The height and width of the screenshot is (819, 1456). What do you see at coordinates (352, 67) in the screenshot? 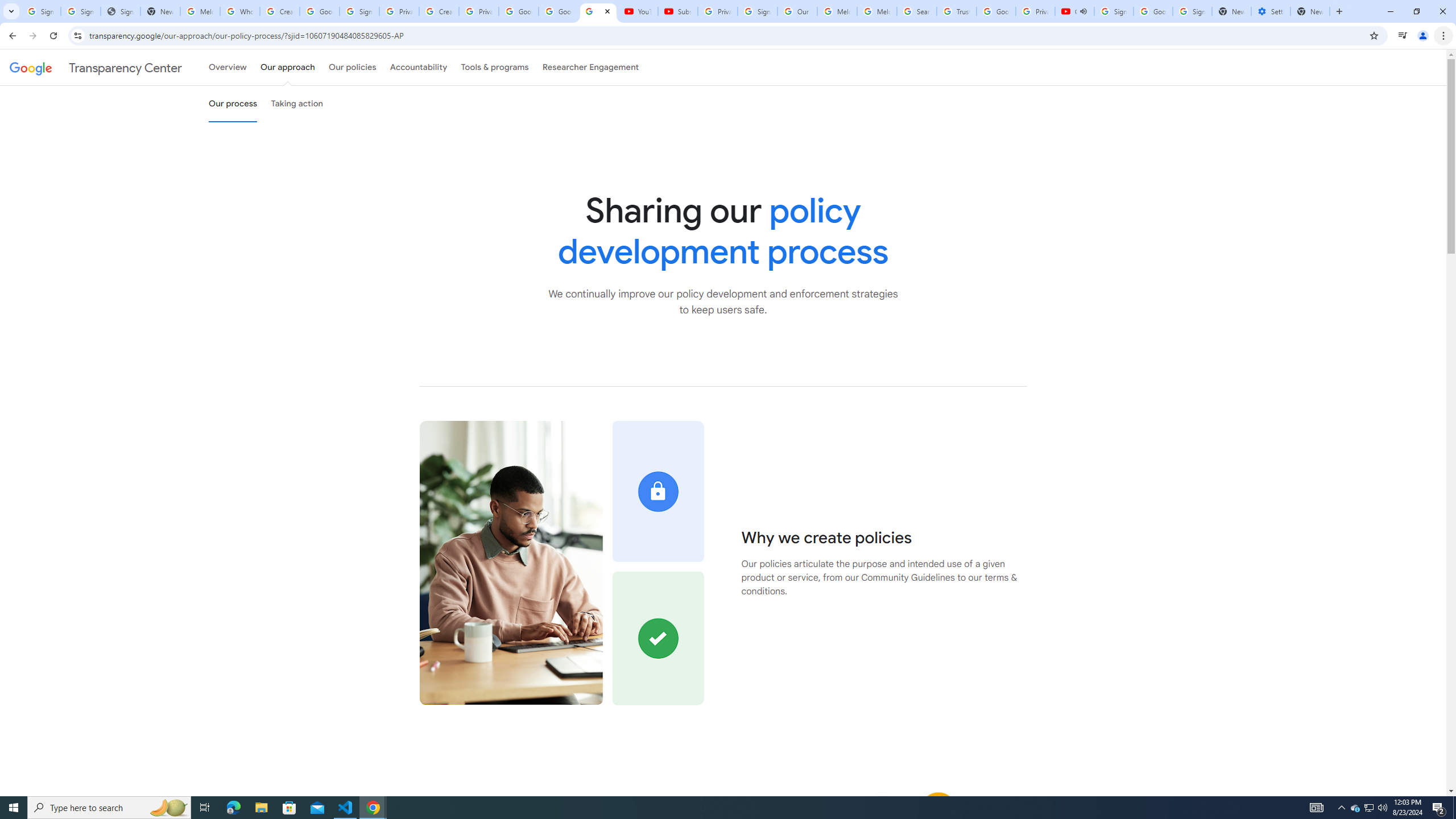
I see `'Our policies'` at bounding box center [352, 67].